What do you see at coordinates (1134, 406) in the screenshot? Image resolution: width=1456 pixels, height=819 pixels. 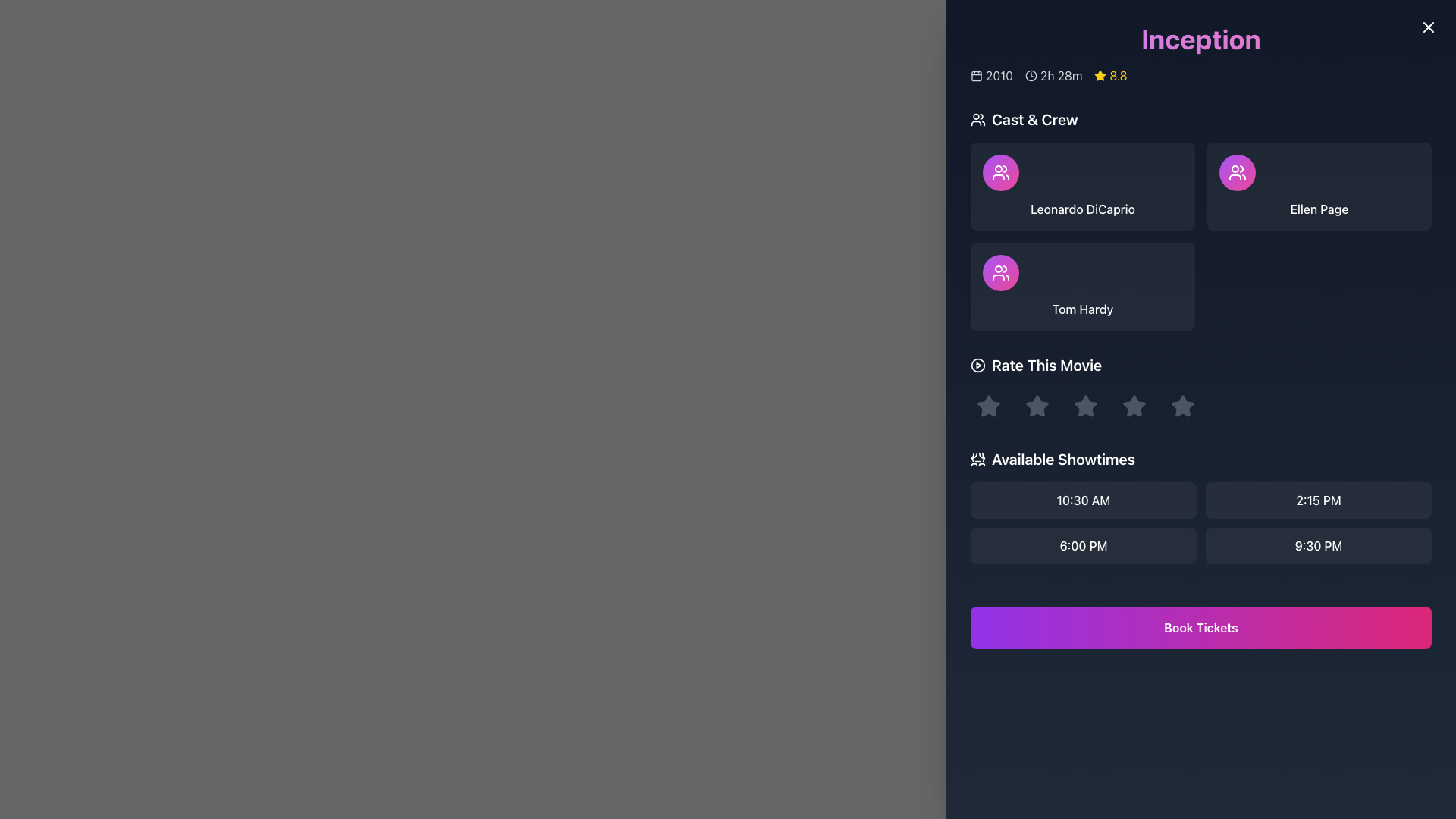 I see `the fourth filled star icon` at bounding box center [1134, 406].